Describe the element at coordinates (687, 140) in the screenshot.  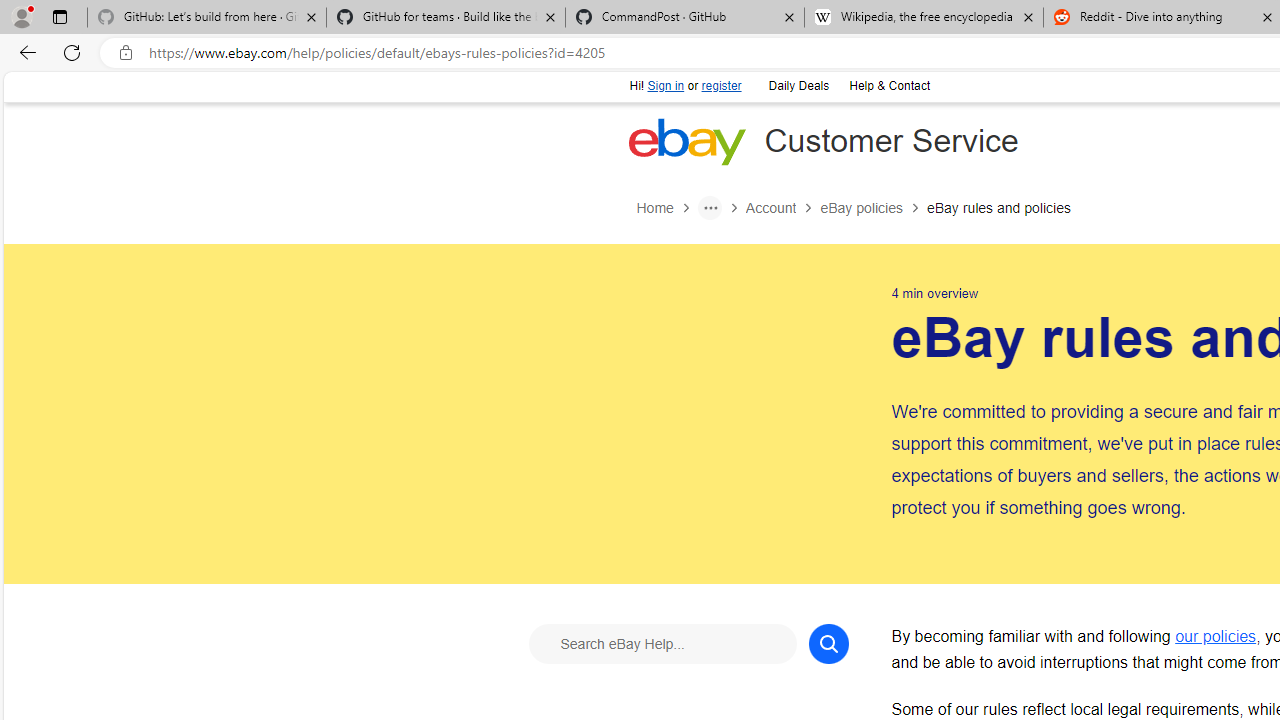
I see `'eBay Home'` at that location.